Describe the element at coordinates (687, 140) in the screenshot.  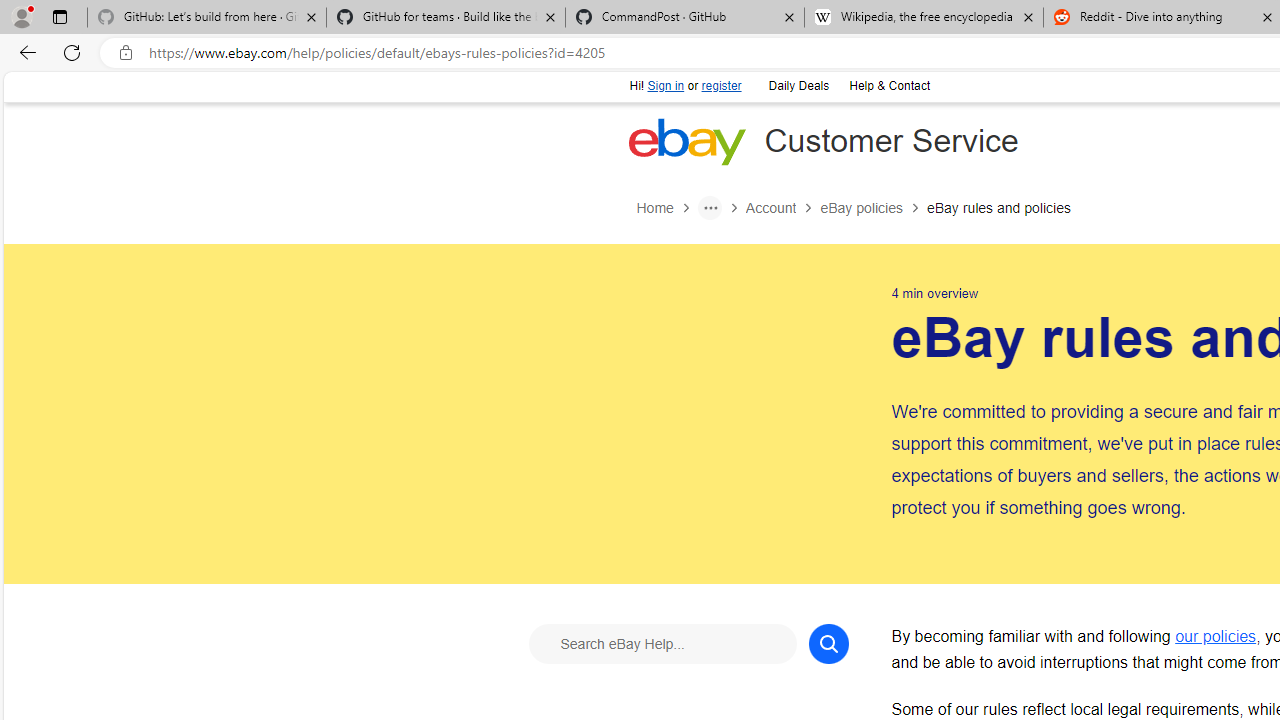
I see `'eBay Home'` at that location.